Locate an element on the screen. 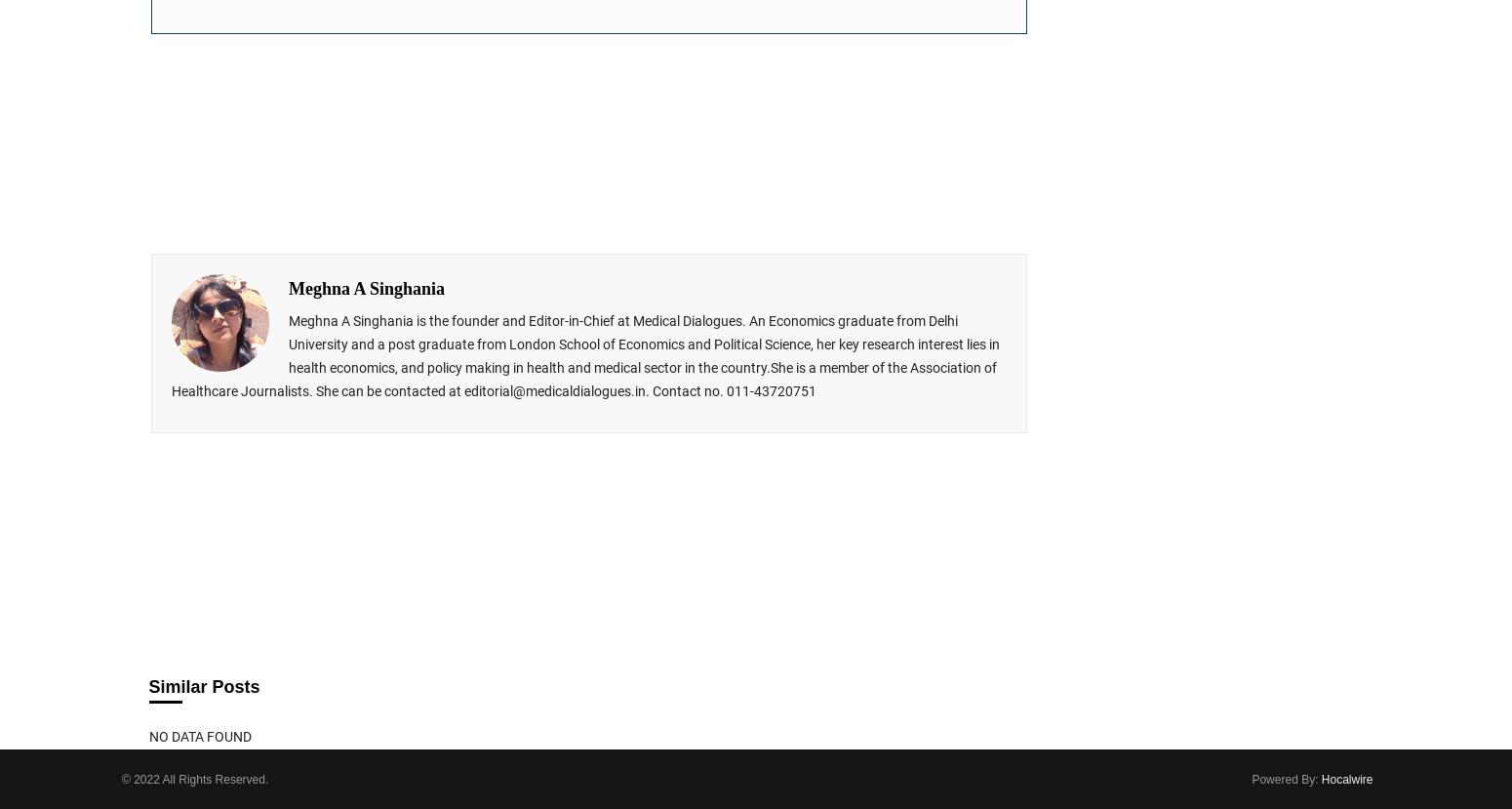 This screenshot has width=1512, height=809. 'Our comments section is governed by our' is located at coordinates (287, 492).